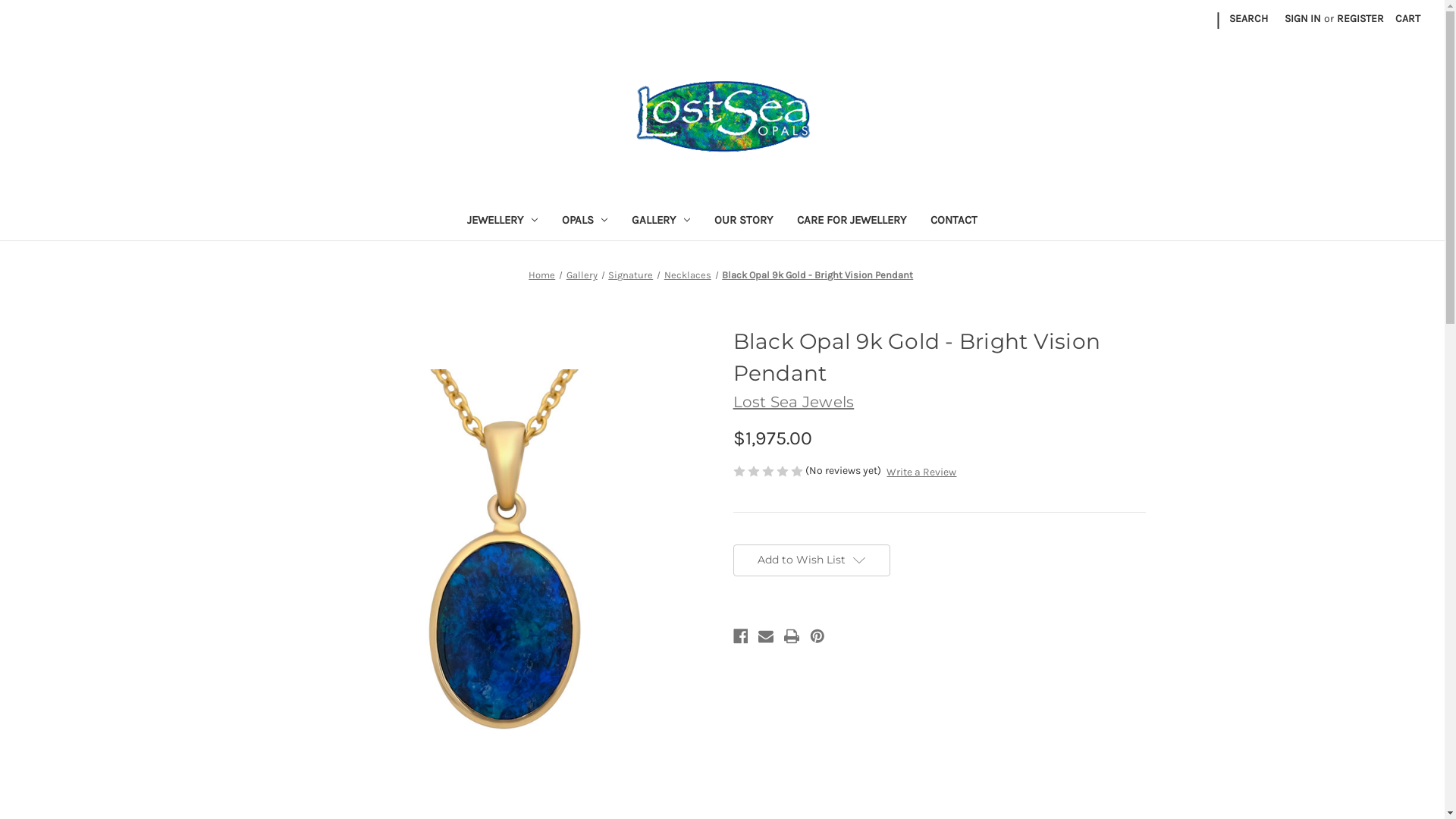  Describe the element at coordinates (687, 275) in the screenshot. I see `'Necklaces'` at that location.